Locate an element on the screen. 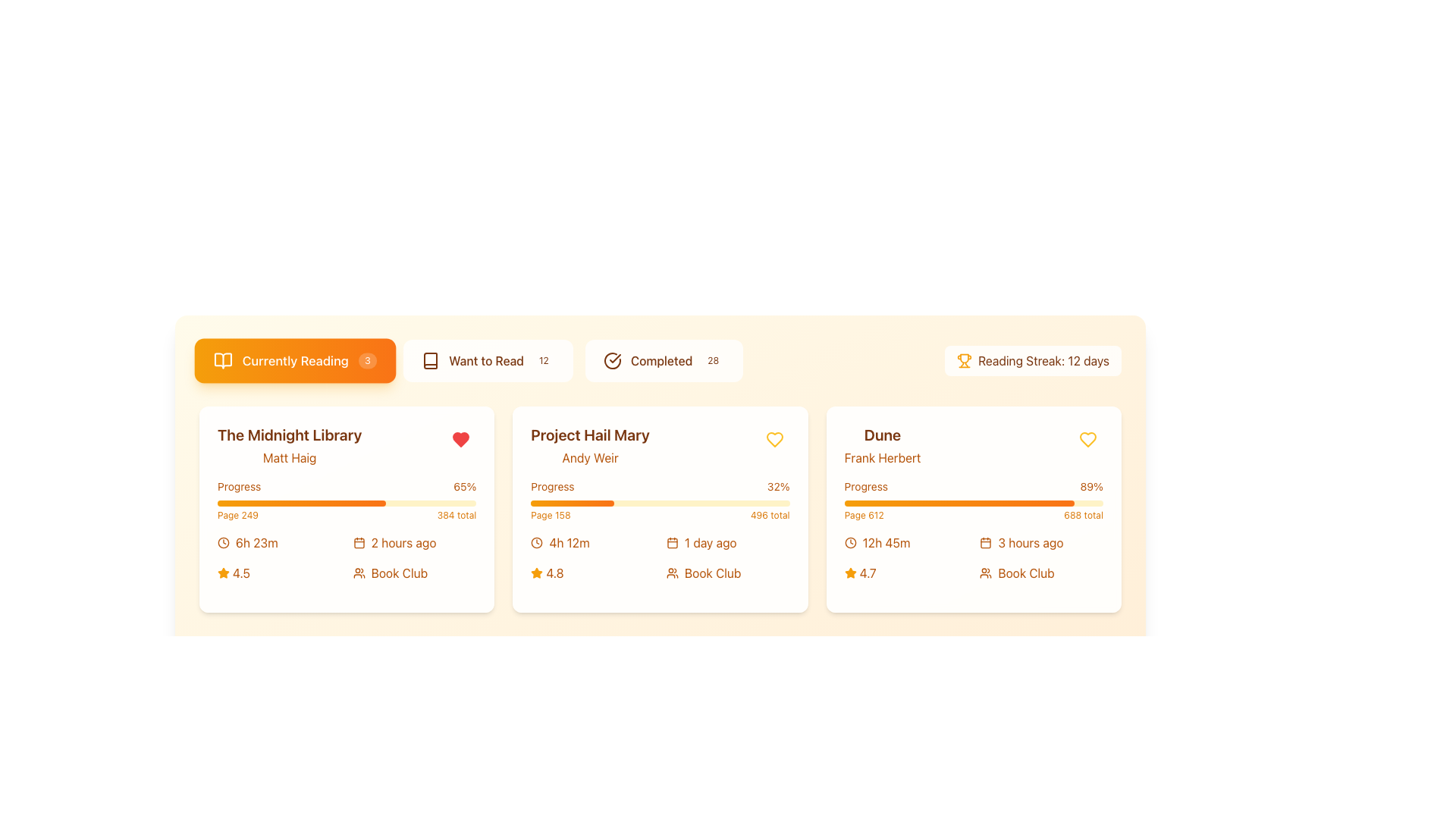 Image resolution: width=1456 pixels, height=819 pixels. the 'Book Club' icon, which is styled in orange and located to the left of the text label 'Book Club', indicating group-related information about the book is located at coordinates (672, 573).